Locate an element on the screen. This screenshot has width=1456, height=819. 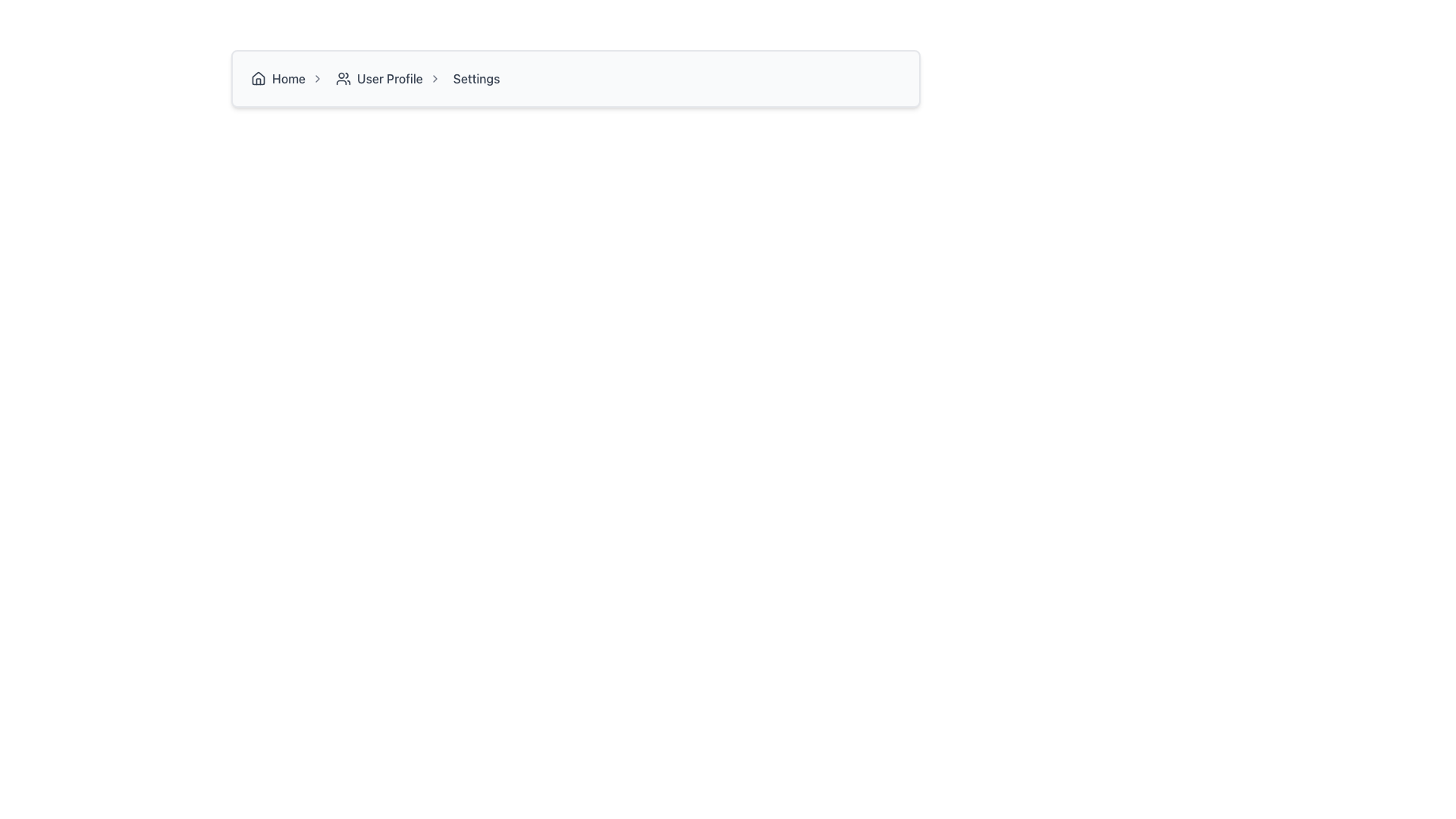
the 'User Profile' navigation link, which is the second clickable item in the breadcrumb navigation, to observe the styling changes is located at coordinates (379, 79).